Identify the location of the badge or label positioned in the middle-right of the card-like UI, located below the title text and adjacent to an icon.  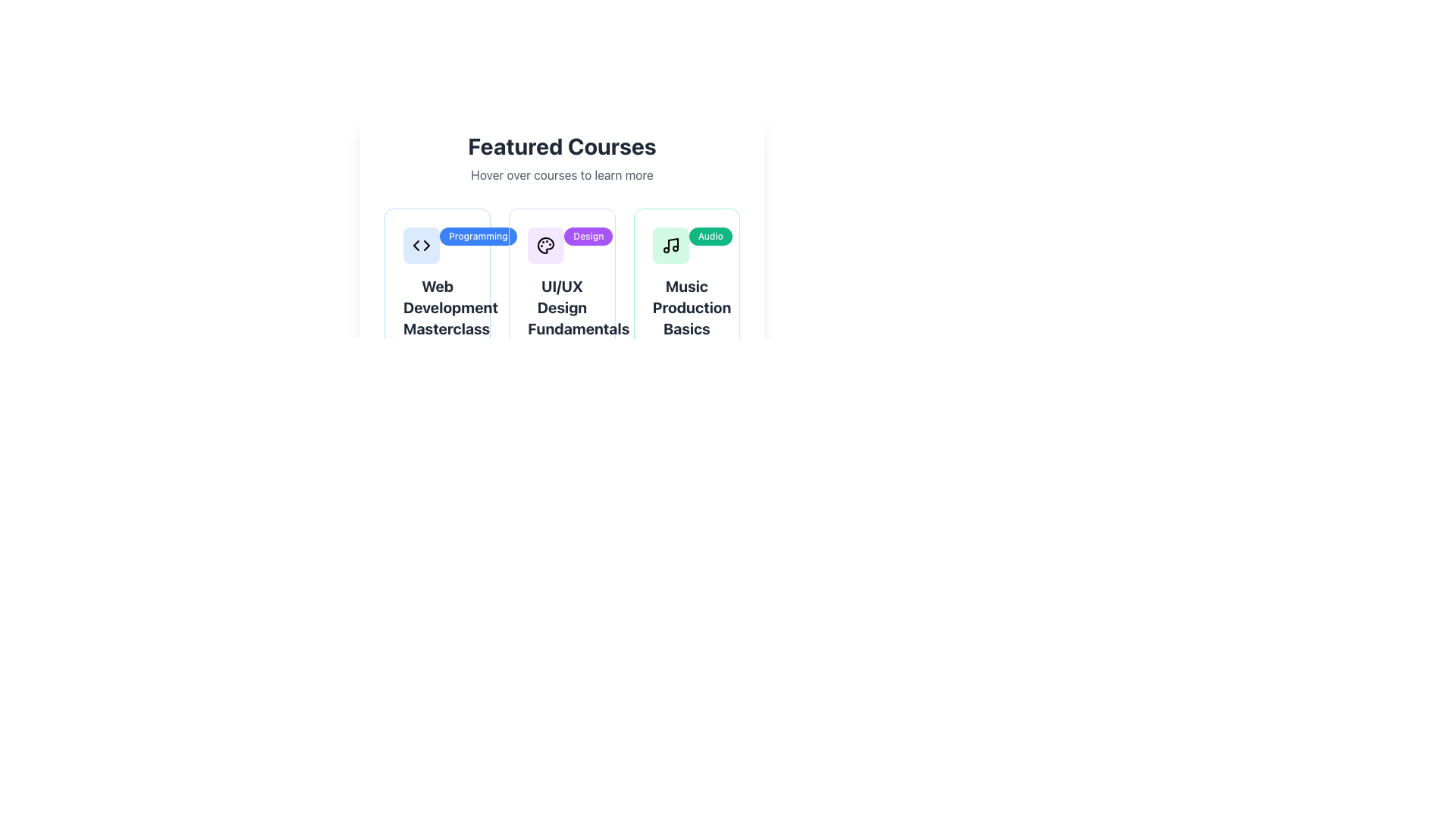
(477, 237).